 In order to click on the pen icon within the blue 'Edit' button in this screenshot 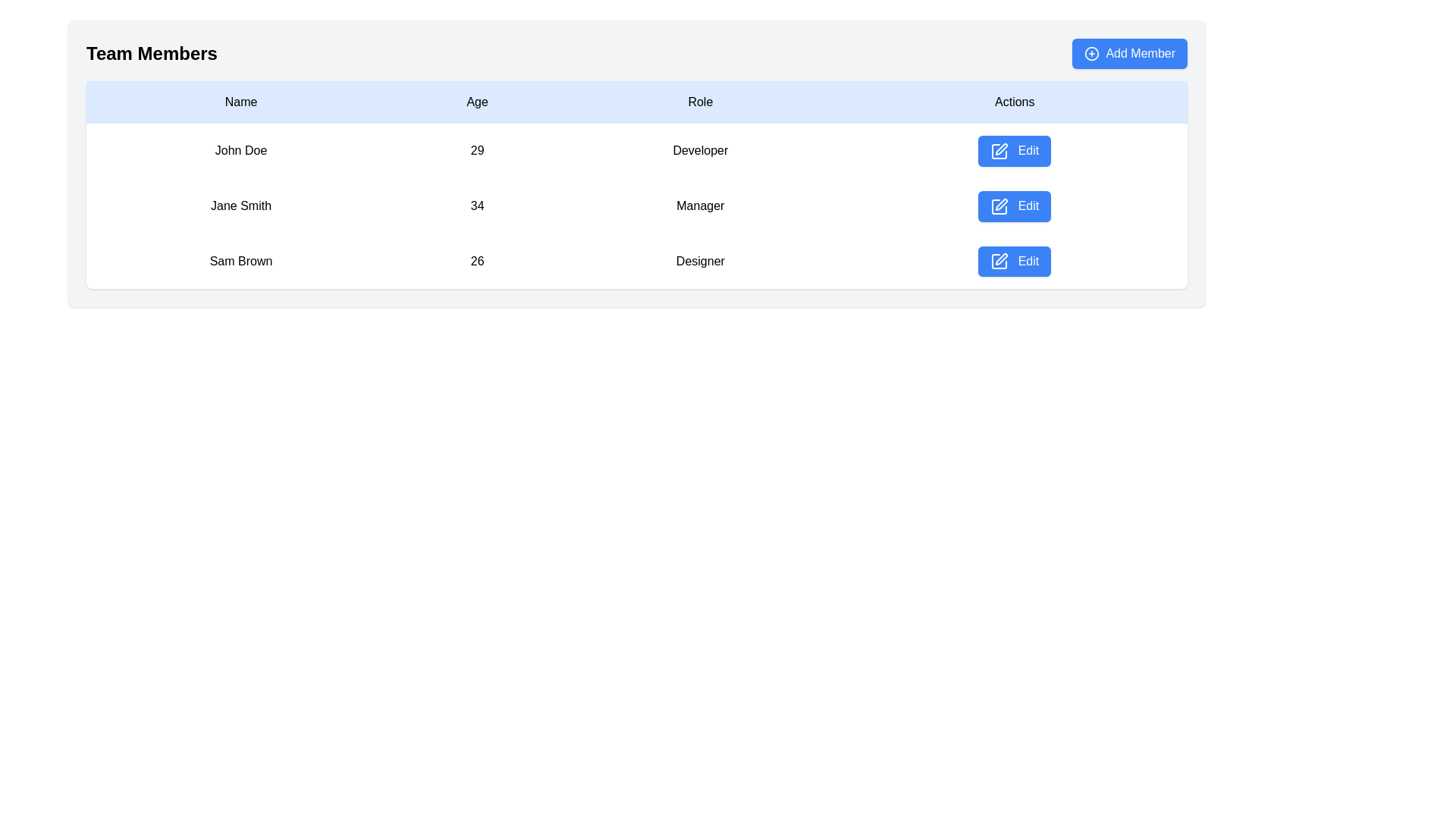, I will do `click(999, 261)`.